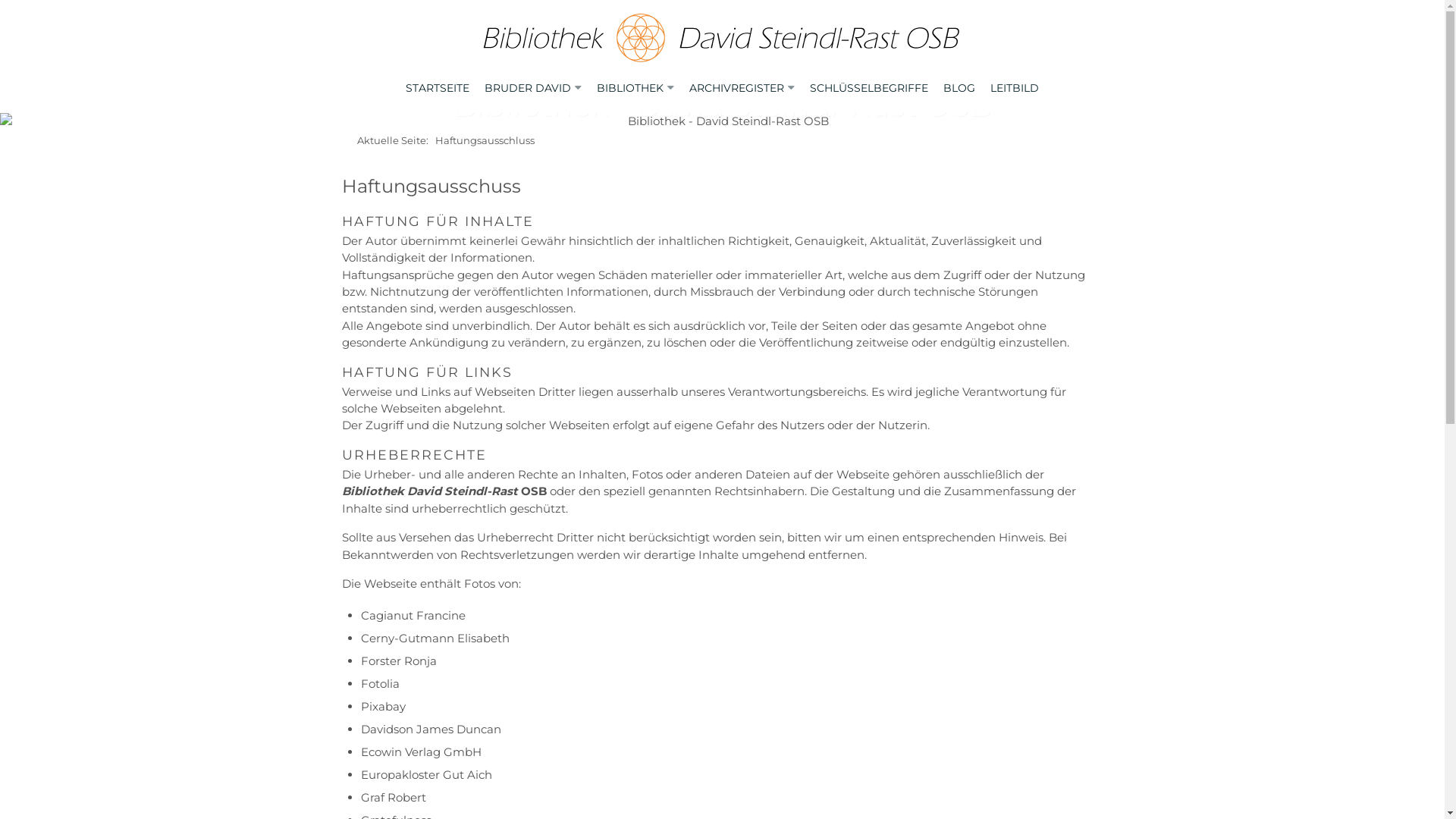  What do you see at coordinates (629, 87) in the screenshot?
I see `'BIBLIOTHEK'` at bounding box center [629, 87].